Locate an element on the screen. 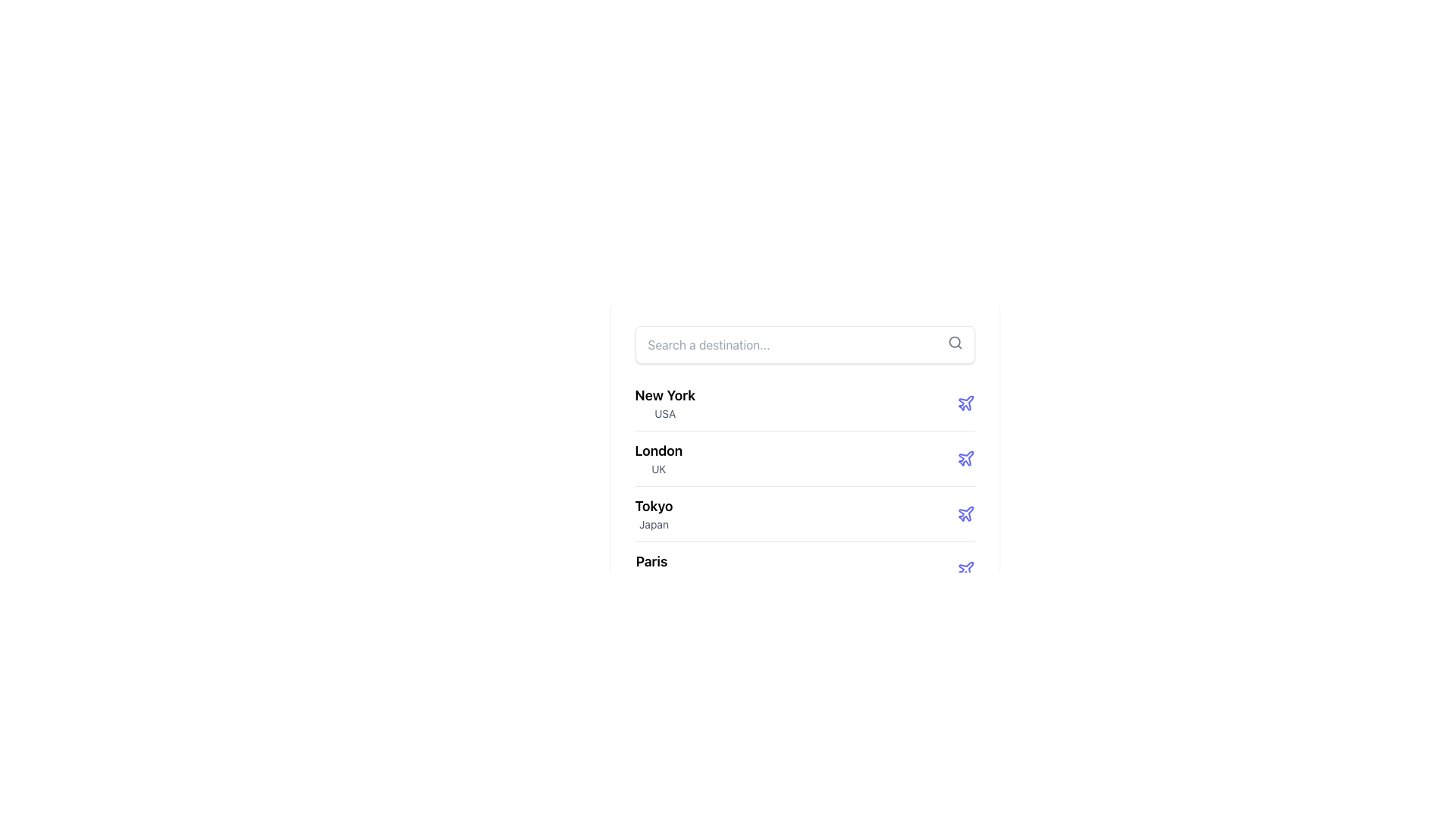 Image resolution: width=1456 pixels, height=819 pixels. the third selectable destination option in the list, located between 'London' and 'Paris' is located at coordinates (804, 513).